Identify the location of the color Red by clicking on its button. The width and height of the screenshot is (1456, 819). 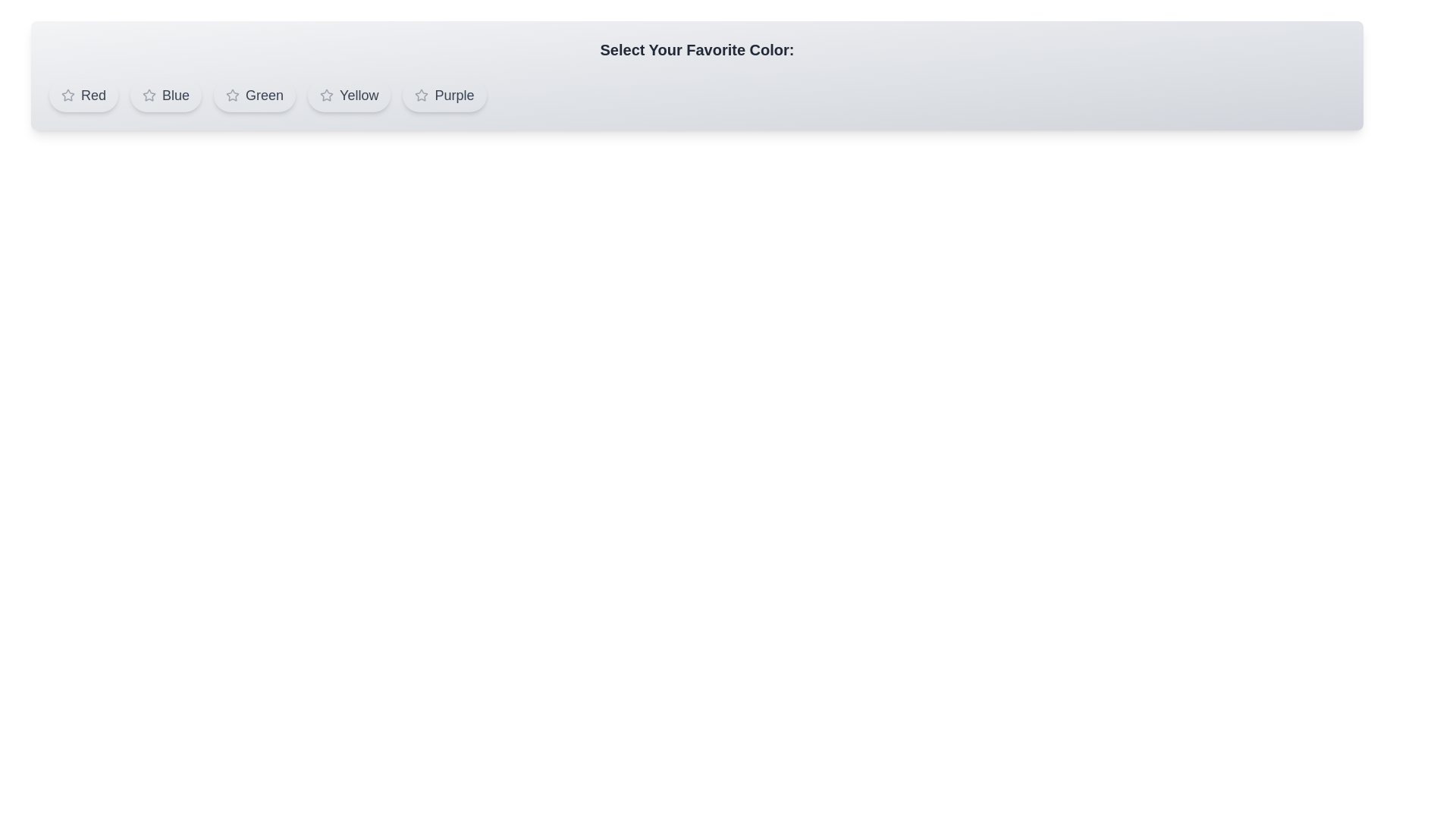
(83, 96).